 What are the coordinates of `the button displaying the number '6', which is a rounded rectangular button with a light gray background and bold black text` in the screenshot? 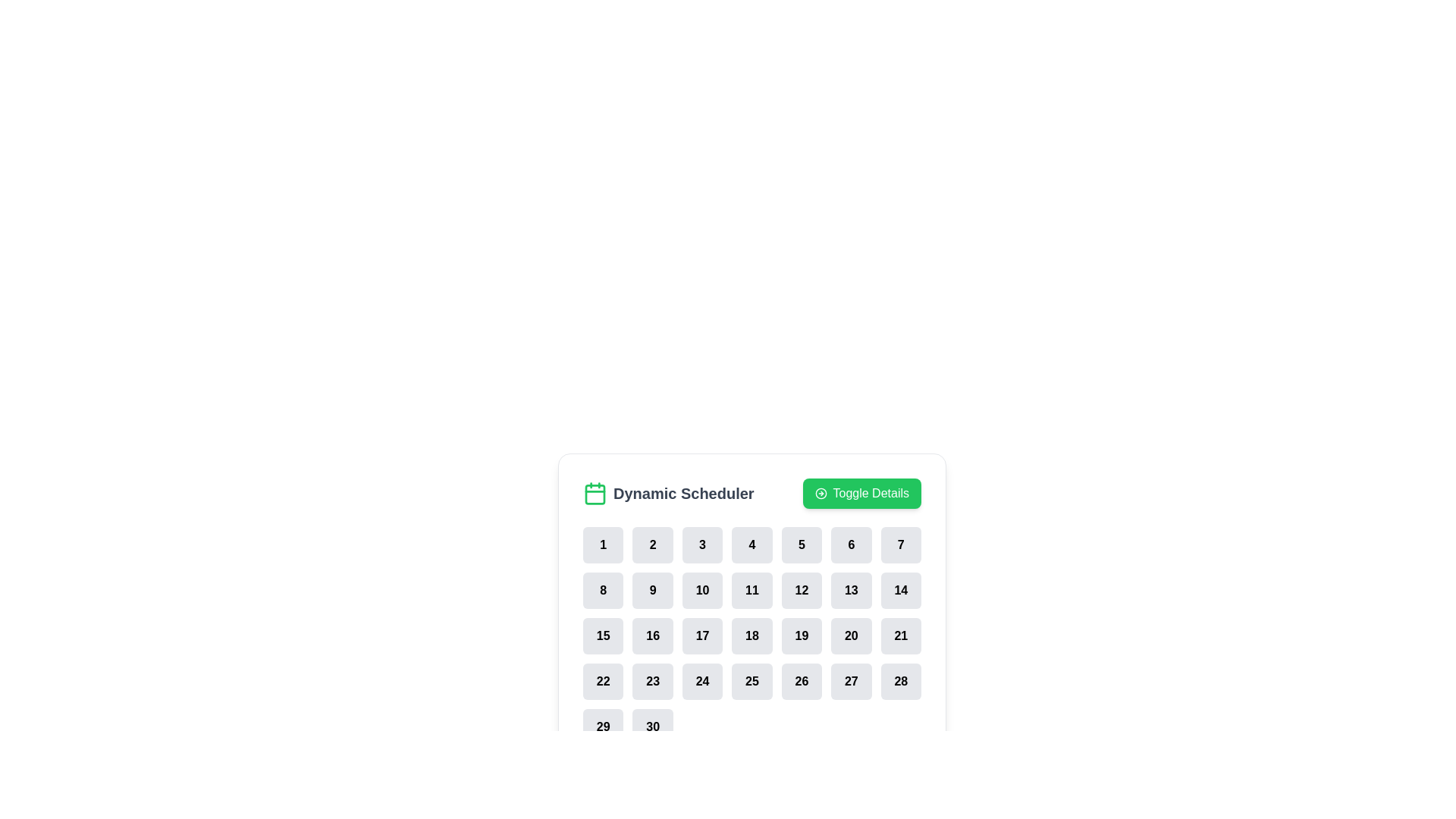 It's located at (851, 544).